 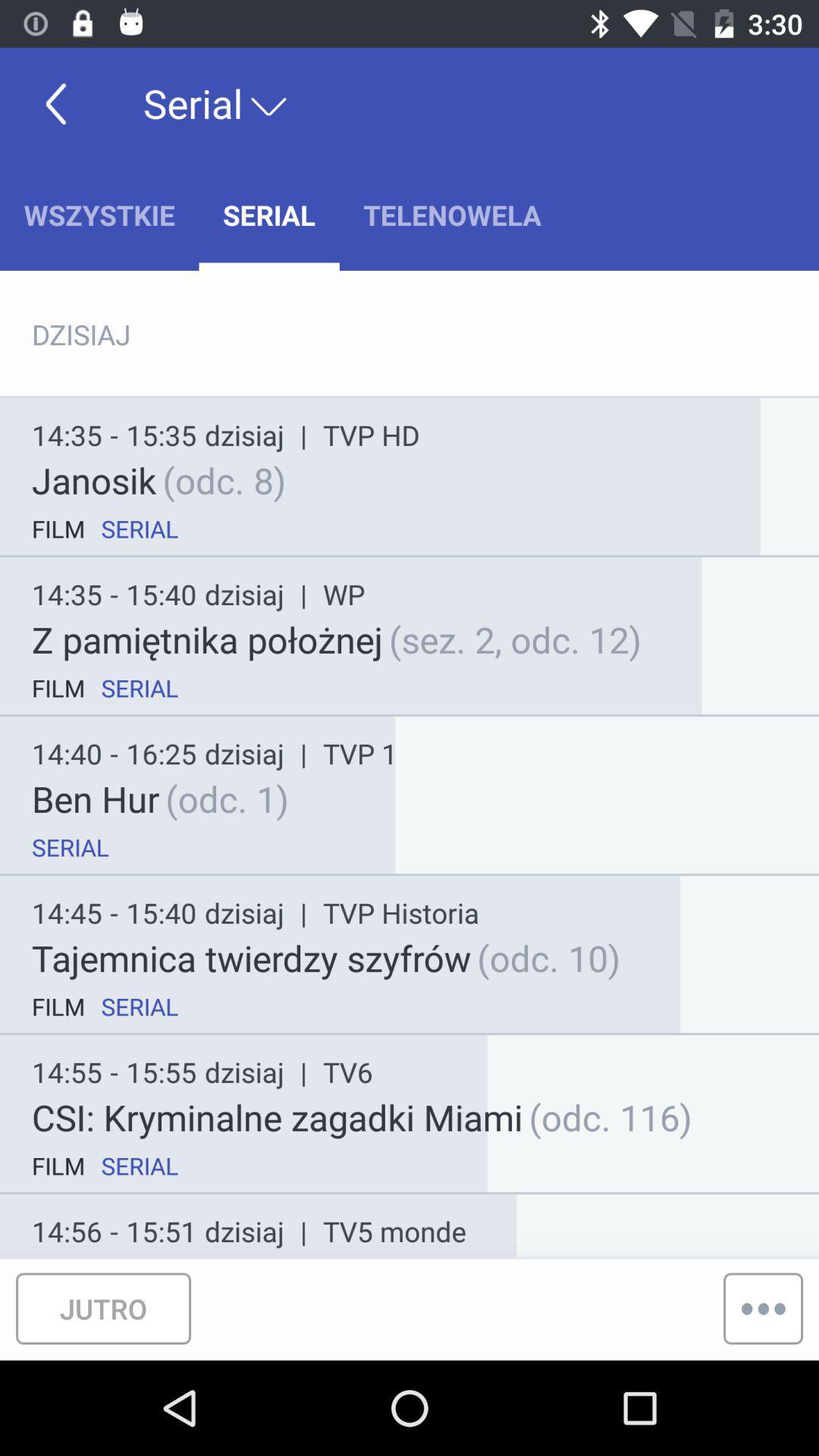 I want to click on the more icon, so click(x=763, y=1307).